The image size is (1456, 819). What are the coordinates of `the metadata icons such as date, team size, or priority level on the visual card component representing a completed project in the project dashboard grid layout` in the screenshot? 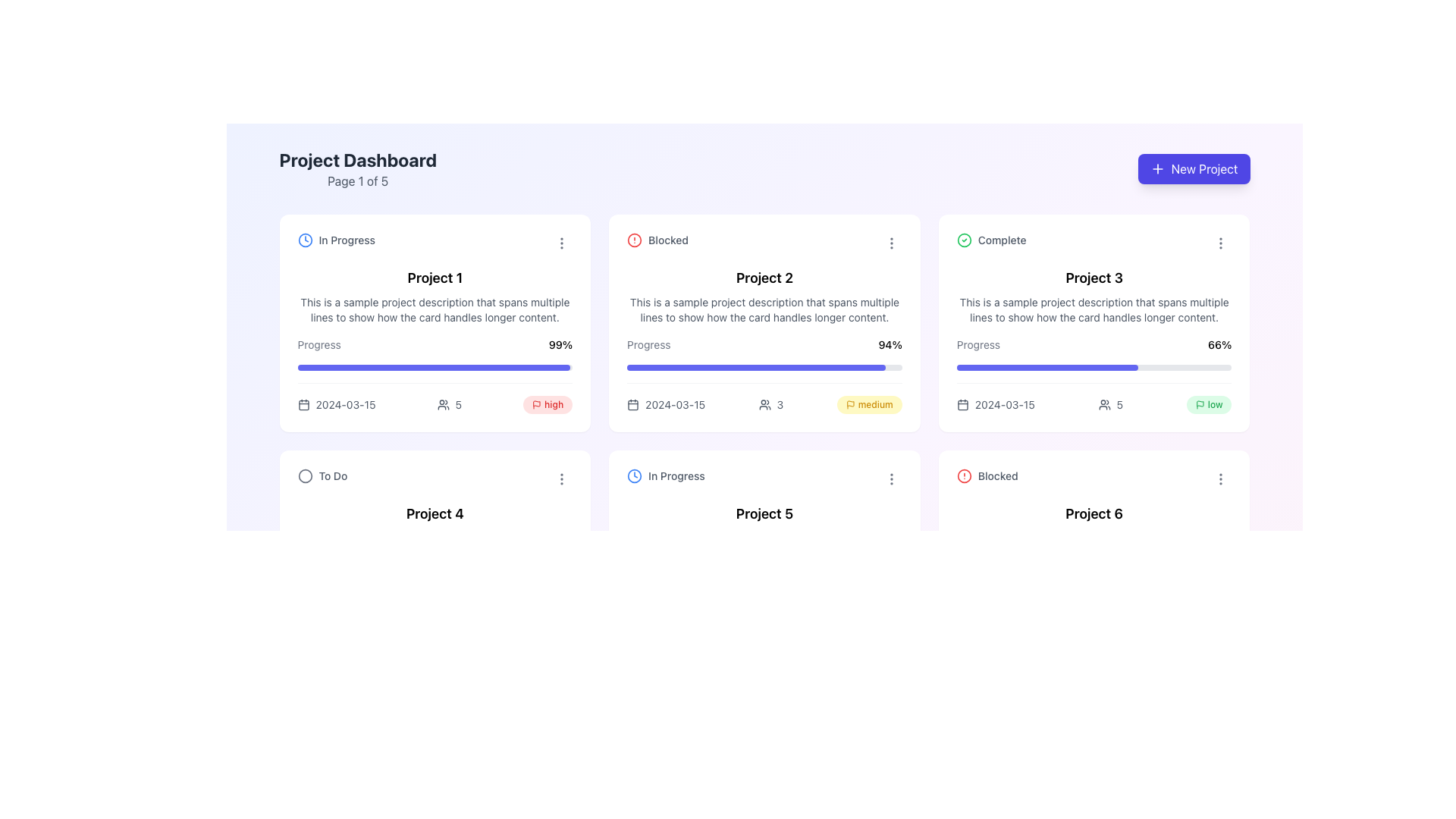 It's located at (1094, 322).